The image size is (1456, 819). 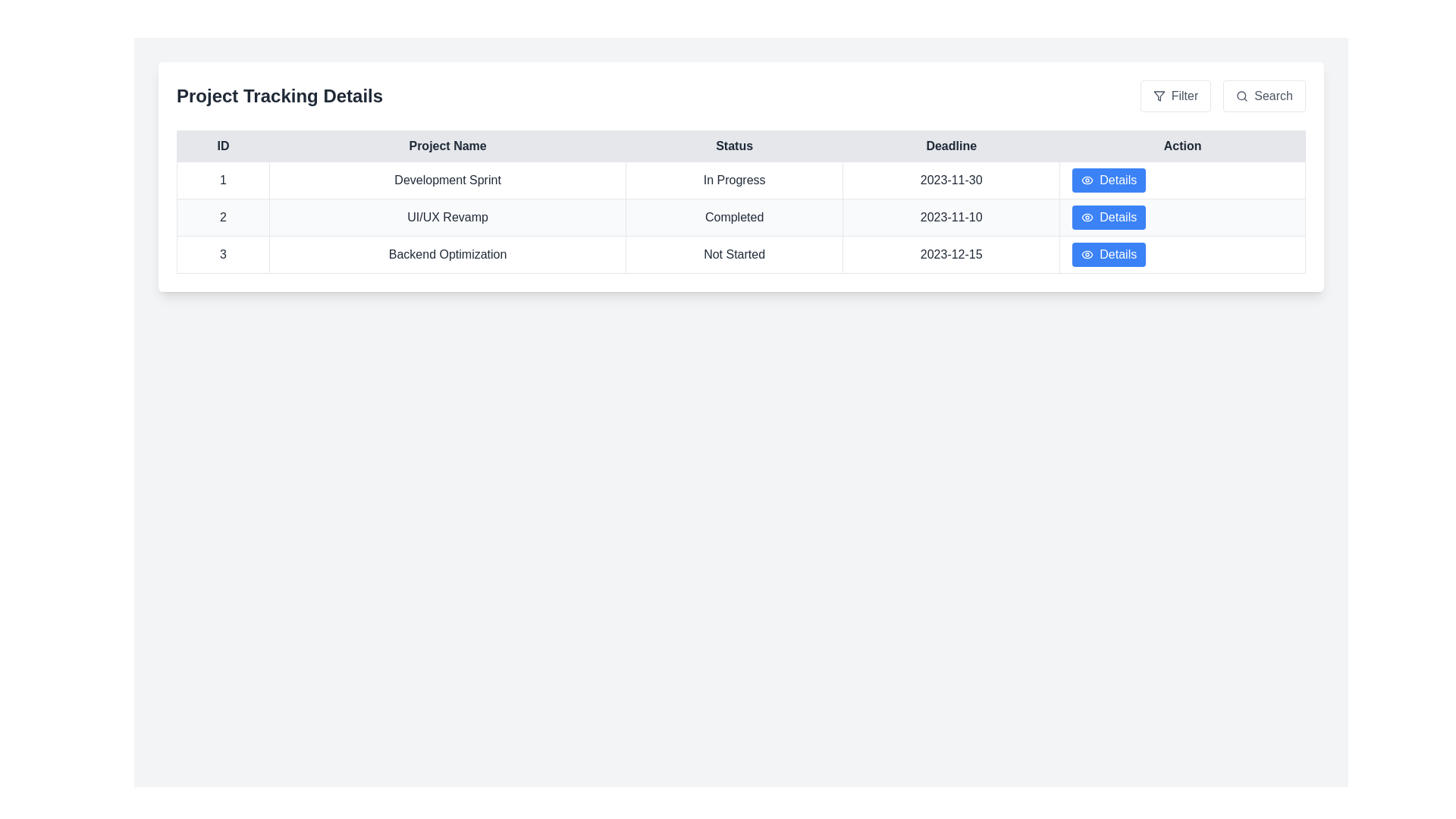 What do you see at coordinates (1109, 253) in the screenshot?
I see `the 'Details' button associated with the 'Backend Optimization' project in the bottom row of the 'Action' column` at bounding box center [1109, 253].